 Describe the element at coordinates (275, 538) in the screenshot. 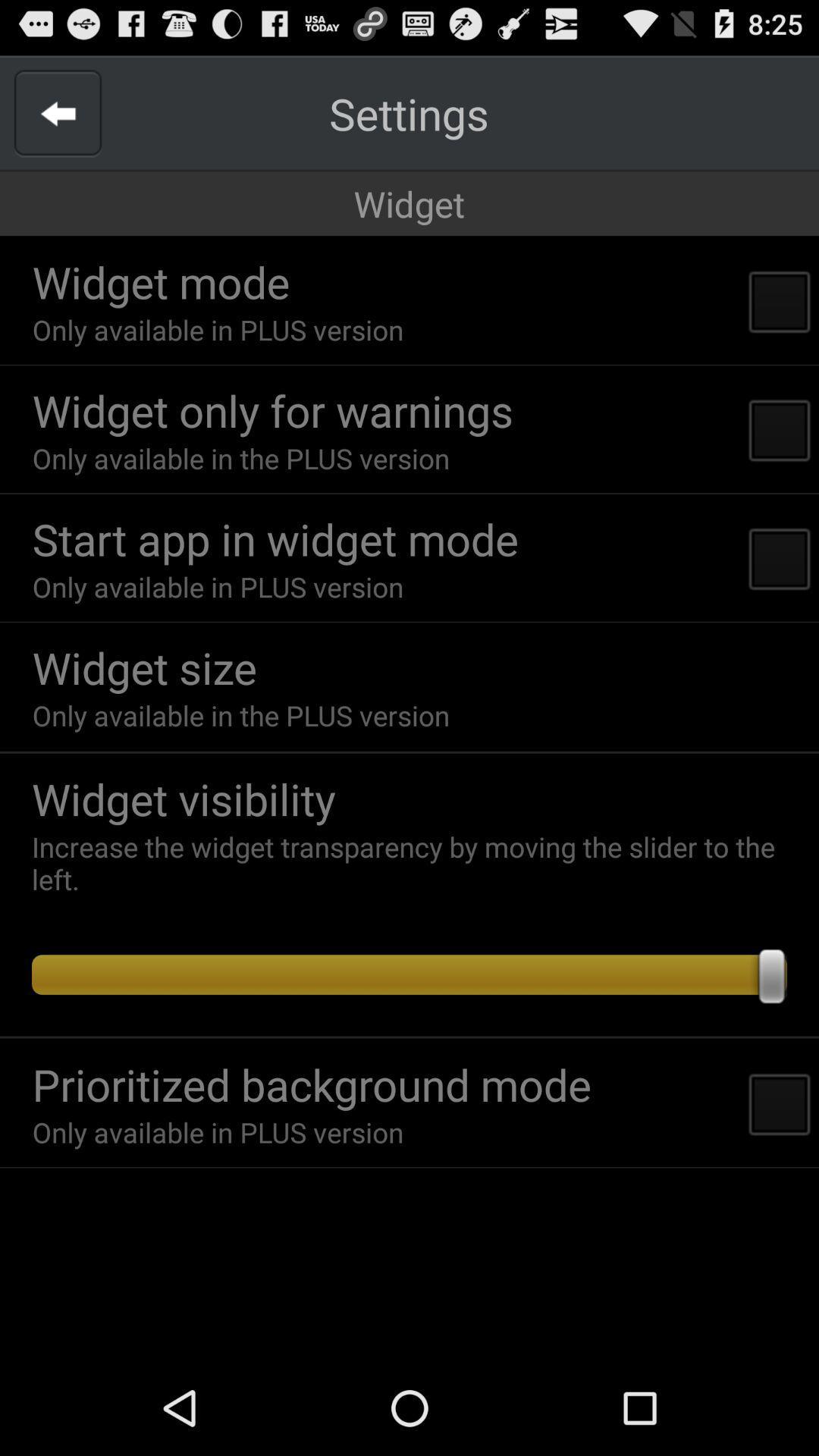

I see `the icon above only available in icon` at that location.